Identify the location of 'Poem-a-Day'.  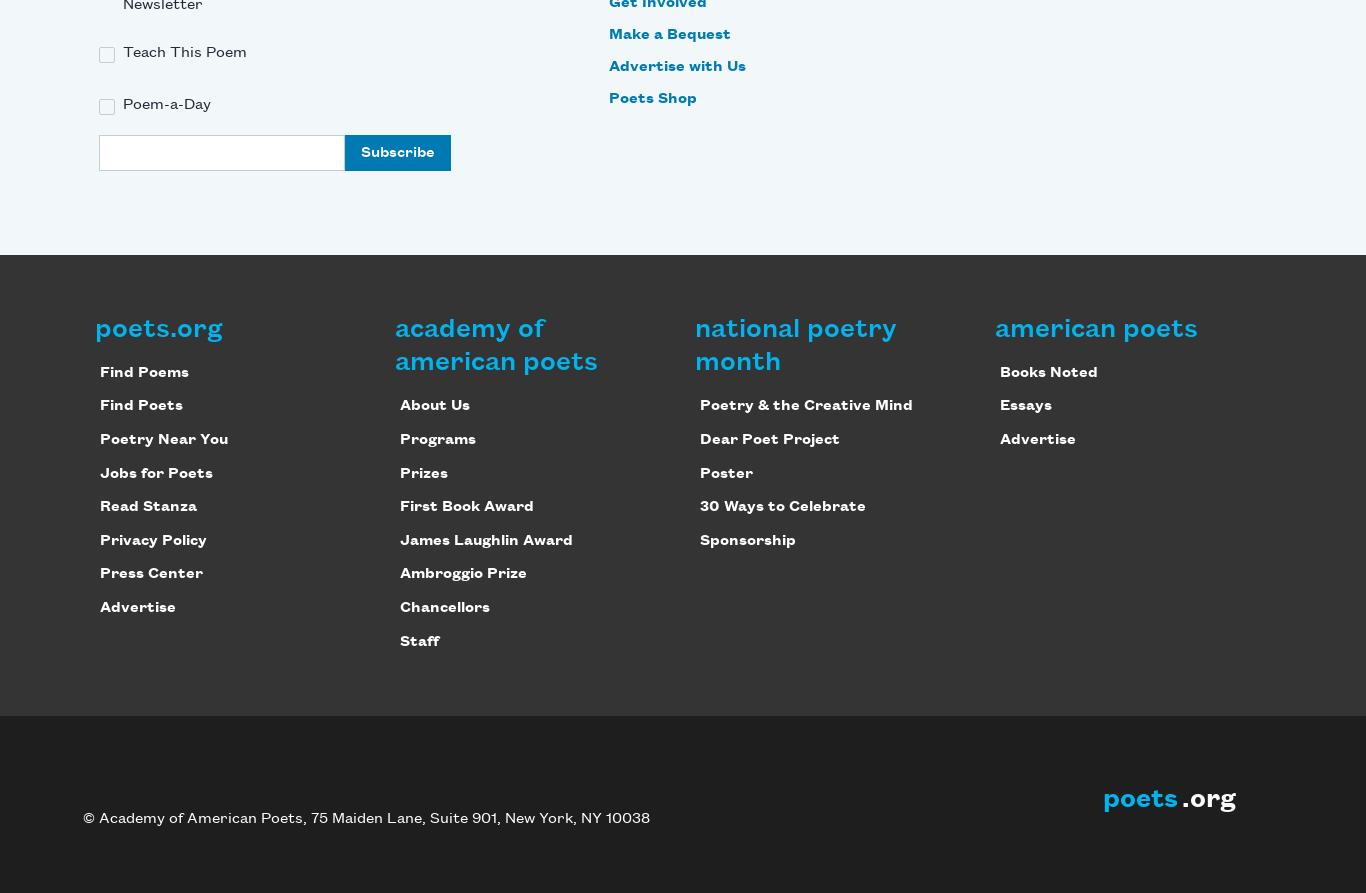
(166, 105).